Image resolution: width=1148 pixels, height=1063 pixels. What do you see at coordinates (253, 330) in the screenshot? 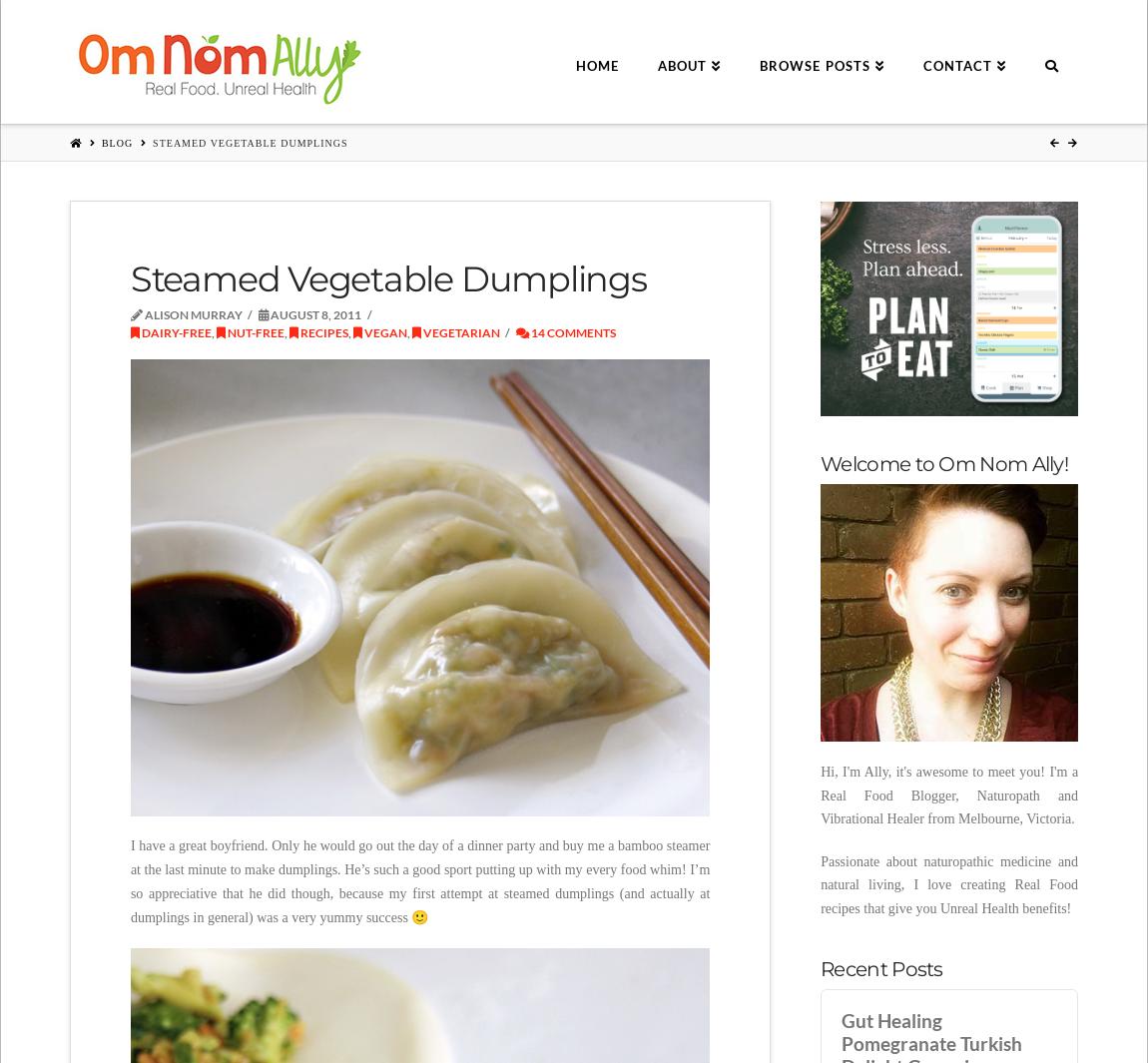
I see `'Nut-free'` at bounding box center [253, 330].